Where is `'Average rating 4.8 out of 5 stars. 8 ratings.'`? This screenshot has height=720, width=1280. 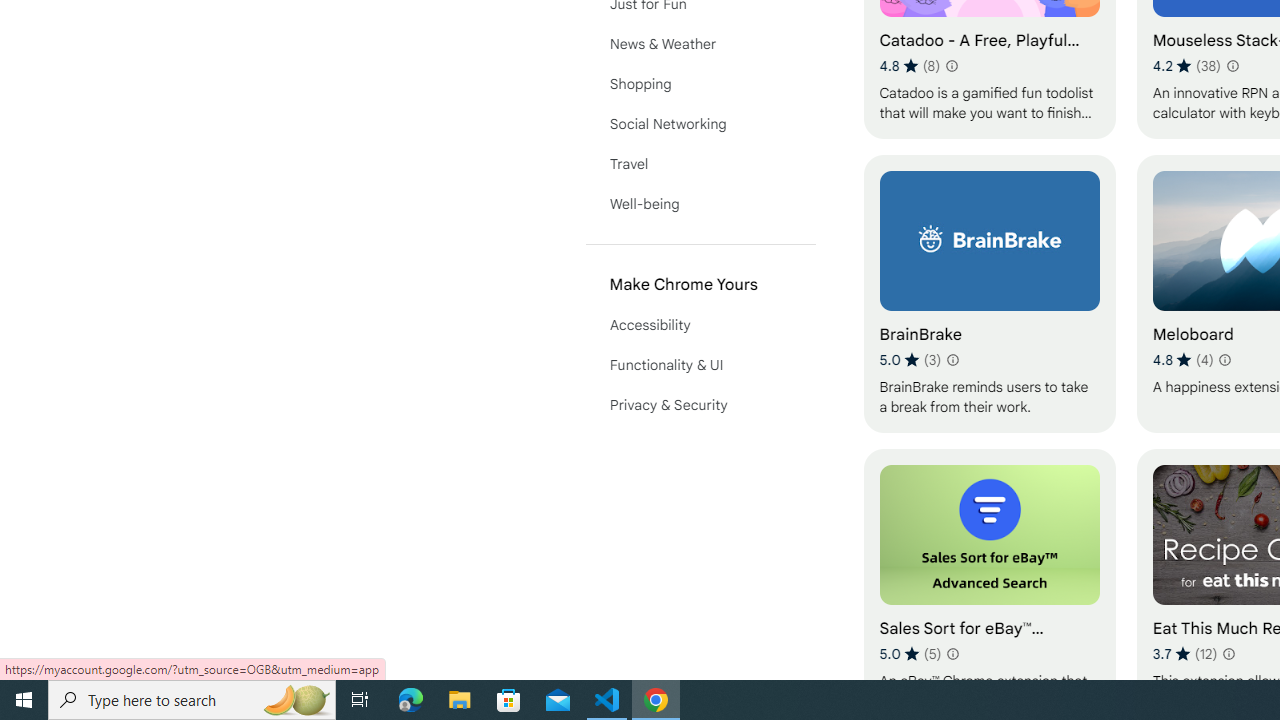
'Average rating 4.8 out of 5 stars. 8 ratings.' is located at coordinates (909, 65).